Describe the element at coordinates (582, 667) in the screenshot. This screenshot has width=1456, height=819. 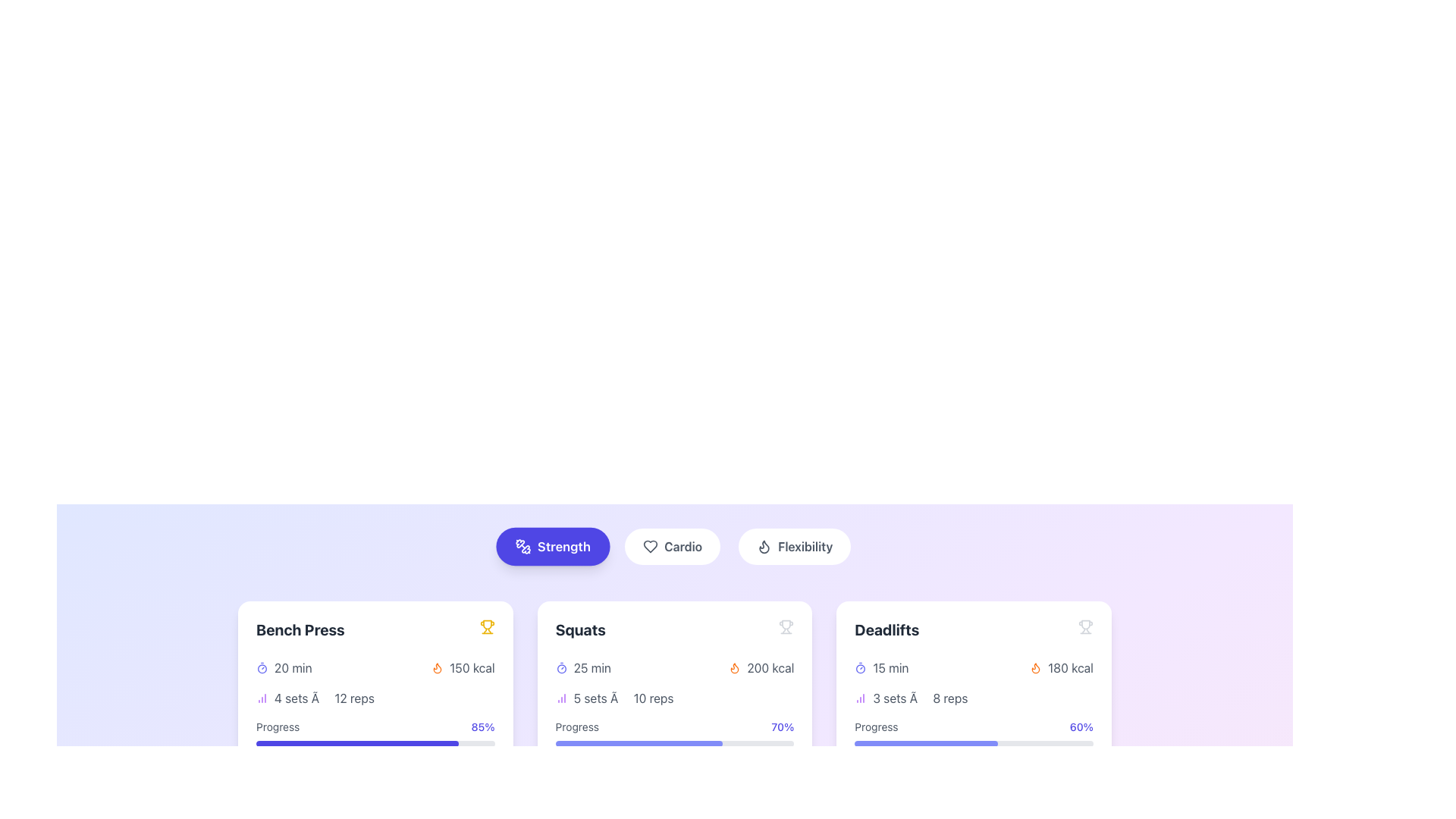
I see `the informational text label indicating the duration associated with the 'Squats' activity, located below the title 'Squats' in the card layout` at that location.